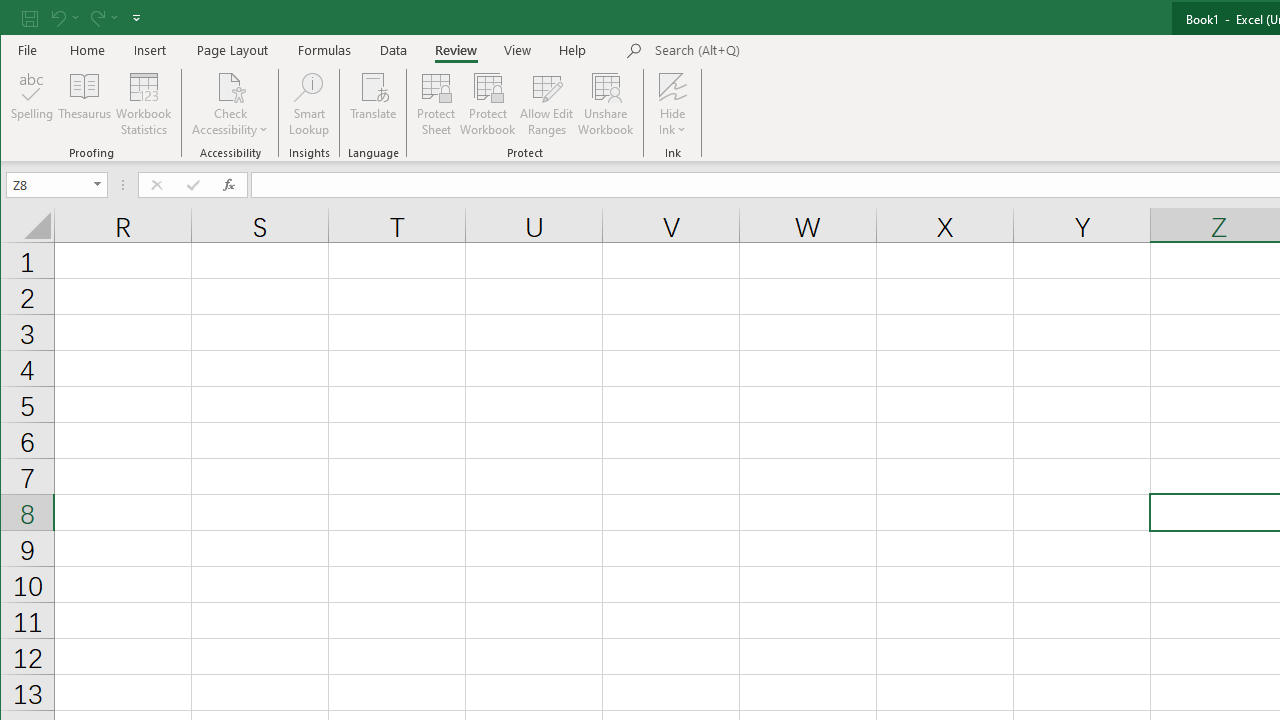 Image resolution: width=1280 pixels, height=720 pixels. Describe the element at coordinates (308, 104) in the screenshot. I see `'Smart Lookup'` at that location.